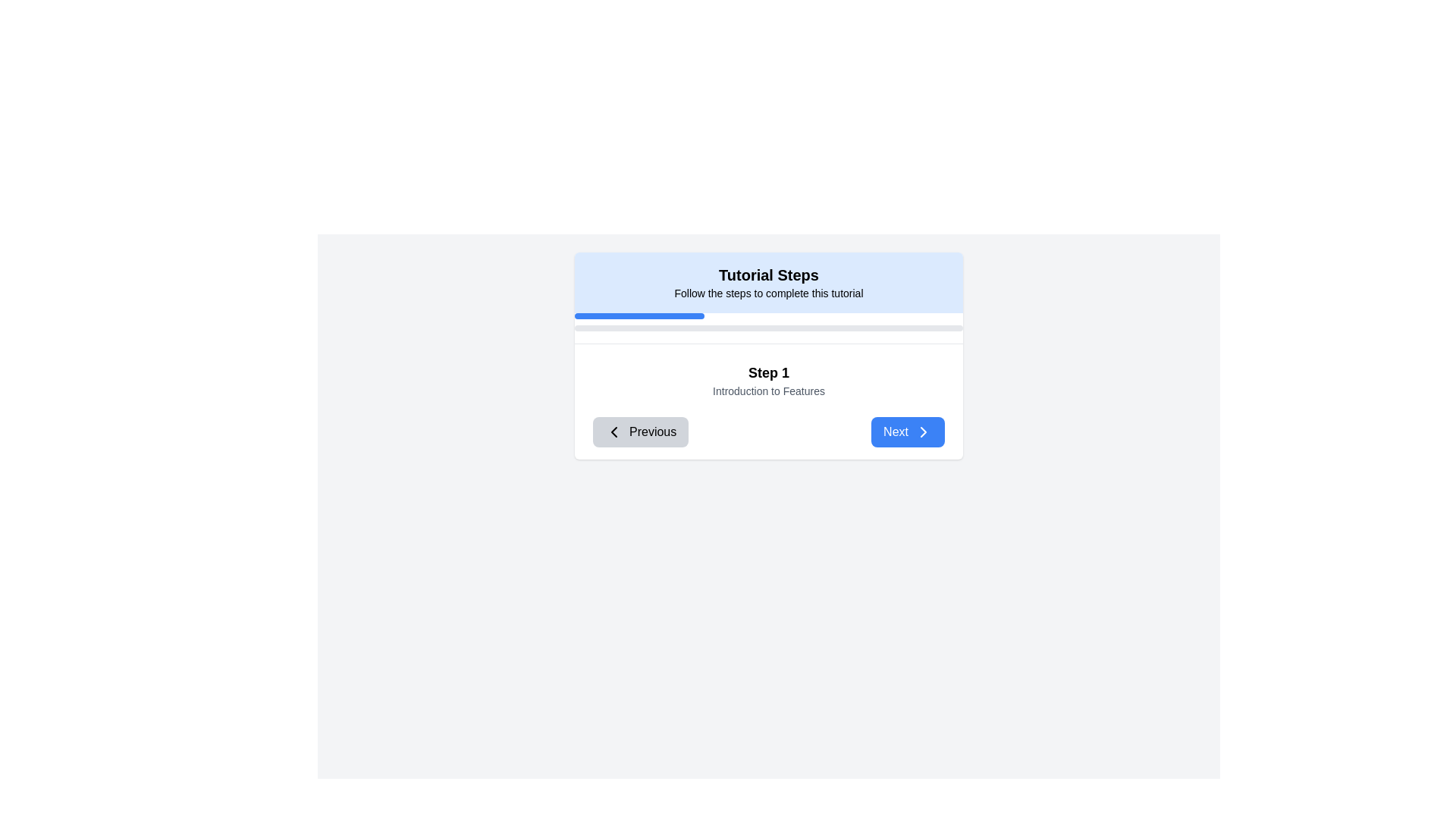  I want to click on the blue progress indicator bar located at the top of the tutorial step card, which has rounded edges and is partially filled within a gray background, so click(639, 315).